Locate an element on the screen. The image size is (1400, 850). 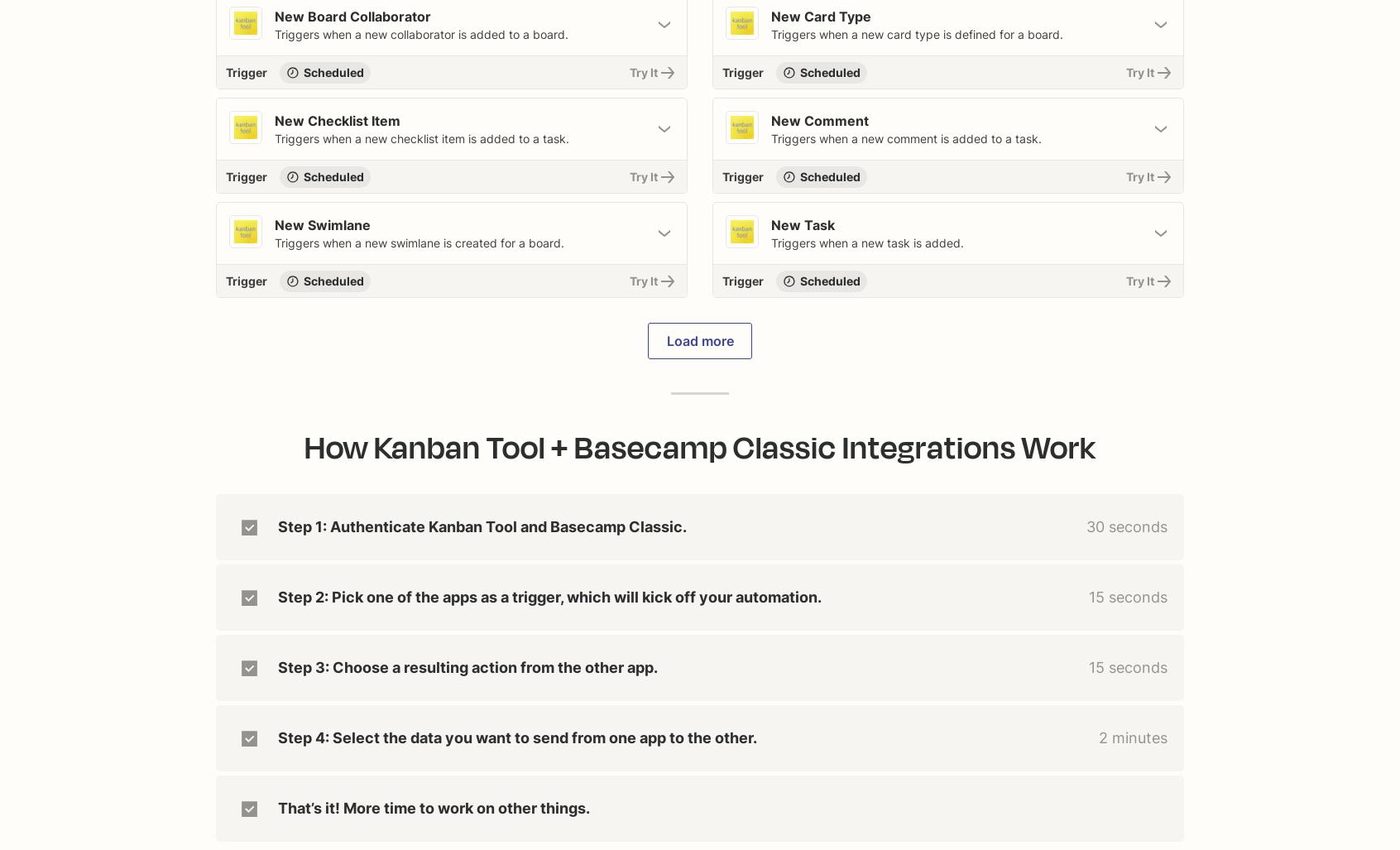
'30 seconds' is located at coordinates (1085, 526).